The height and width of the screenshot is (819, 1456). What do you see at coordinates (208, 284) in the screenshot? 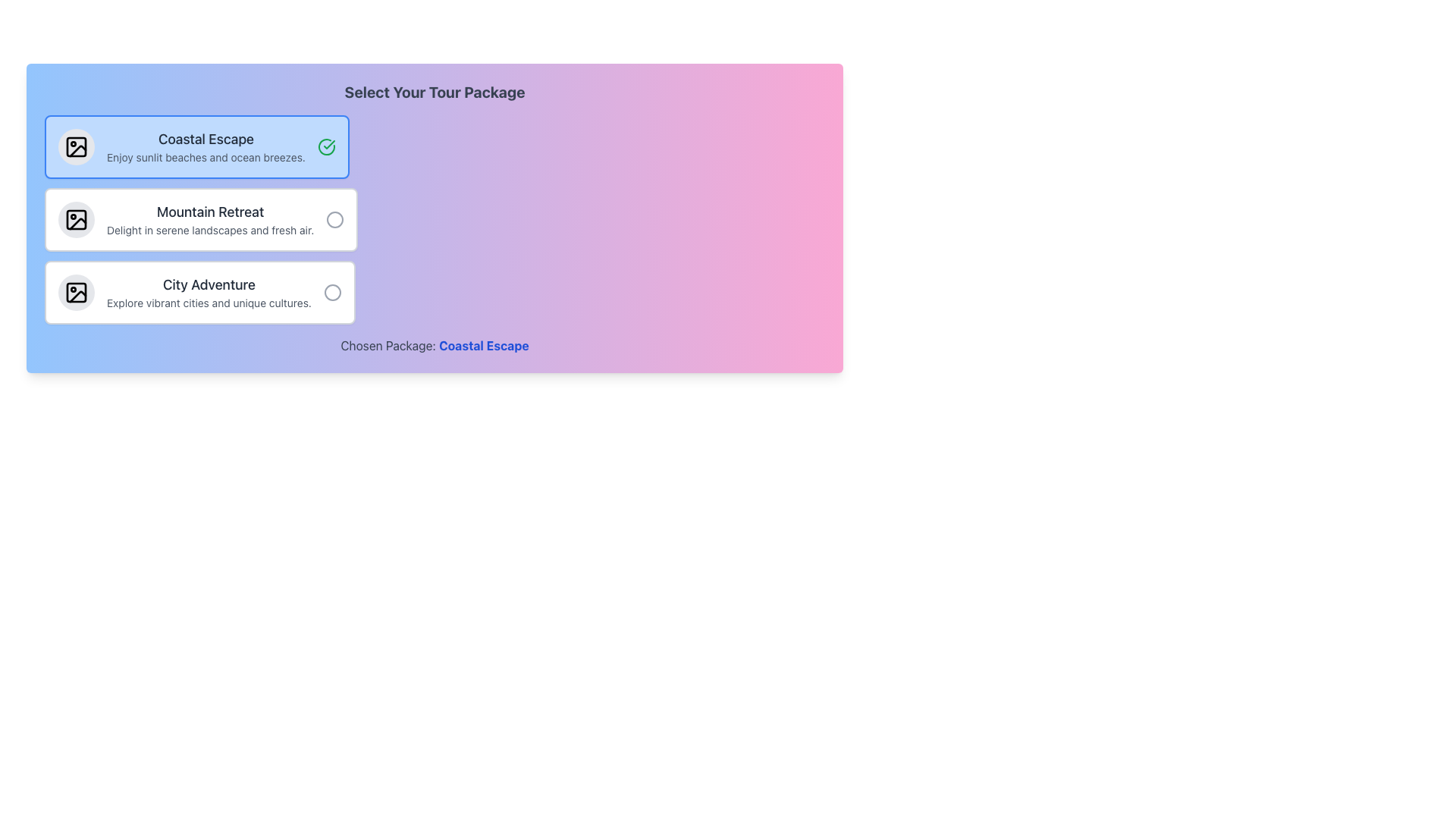
I see `the prominently styled text label reading 'City Adventure', which is the header for the third option in the tour package selection interface` at bounding box center [208, 284].